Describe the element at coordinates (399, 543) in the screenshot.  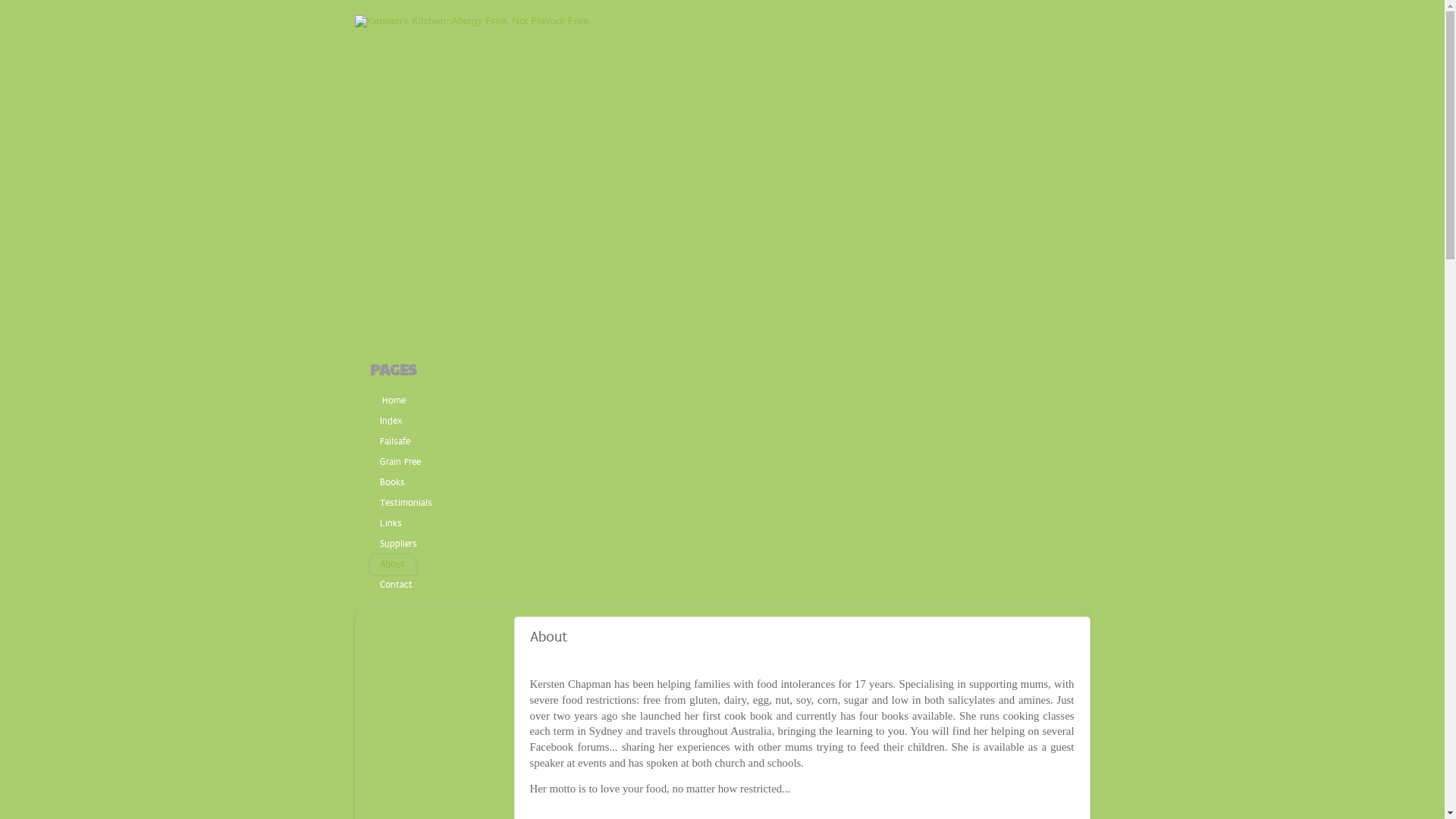
I see `'Suppliers'` at that location.